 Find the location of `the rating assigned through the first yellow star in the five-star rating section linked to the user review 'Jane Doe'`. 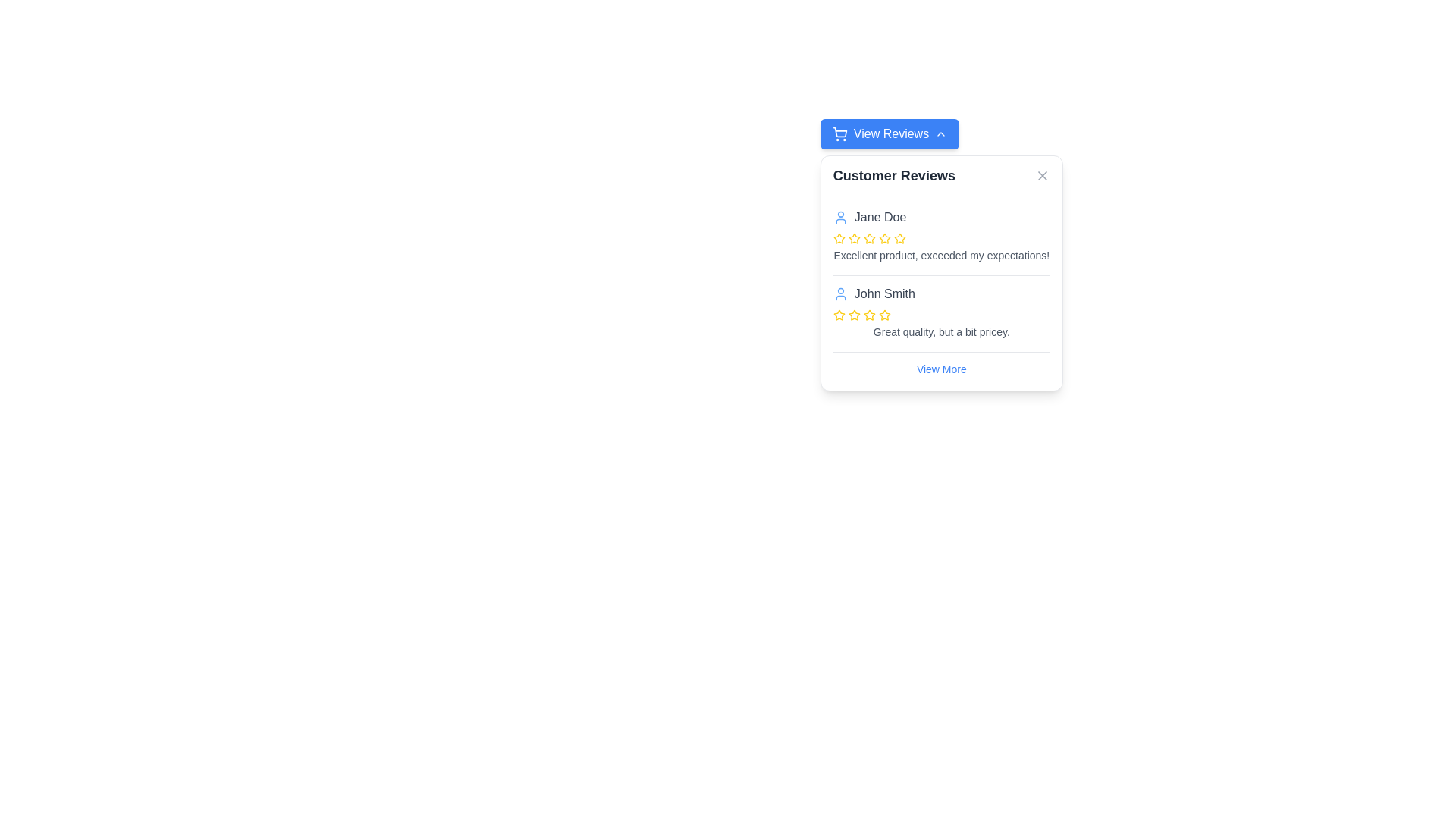

the rating assigned through the first yellow star in the five-star rating section linked to the user review 'Jane Doe' is located at coordinates (854, 238).